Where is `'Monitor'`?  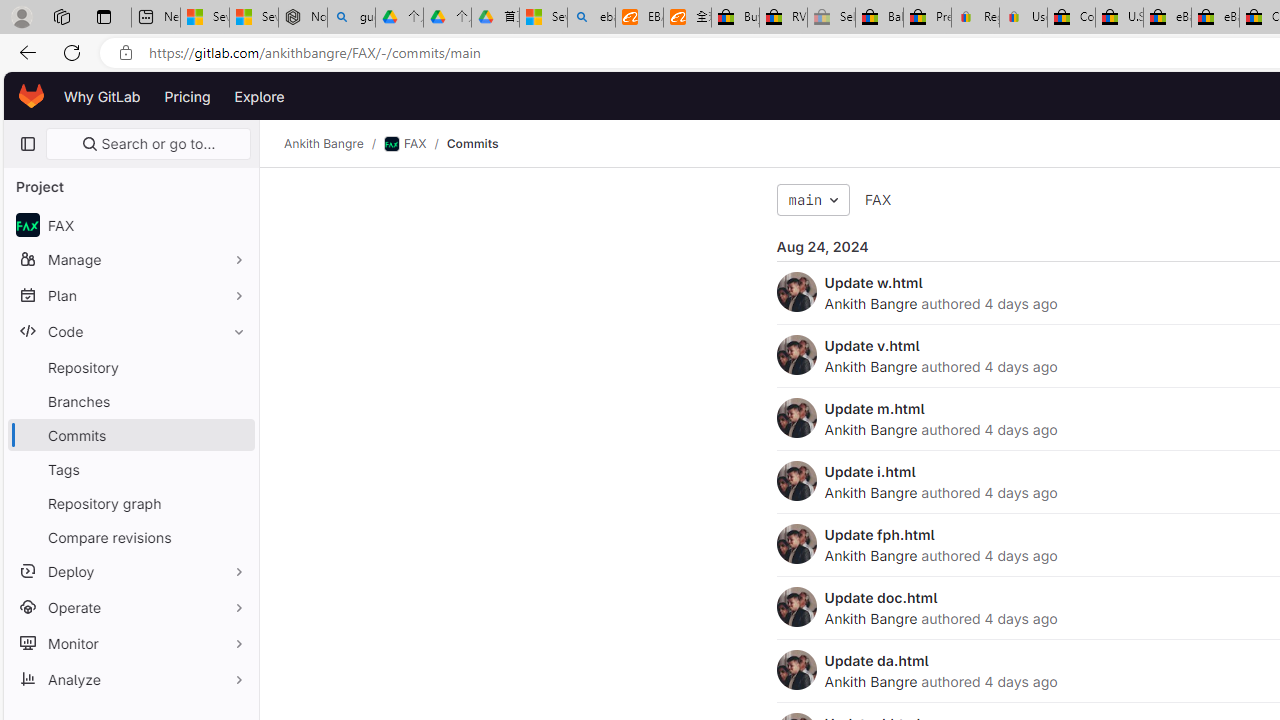
'Monitor' is located at coordinates (130, 642).